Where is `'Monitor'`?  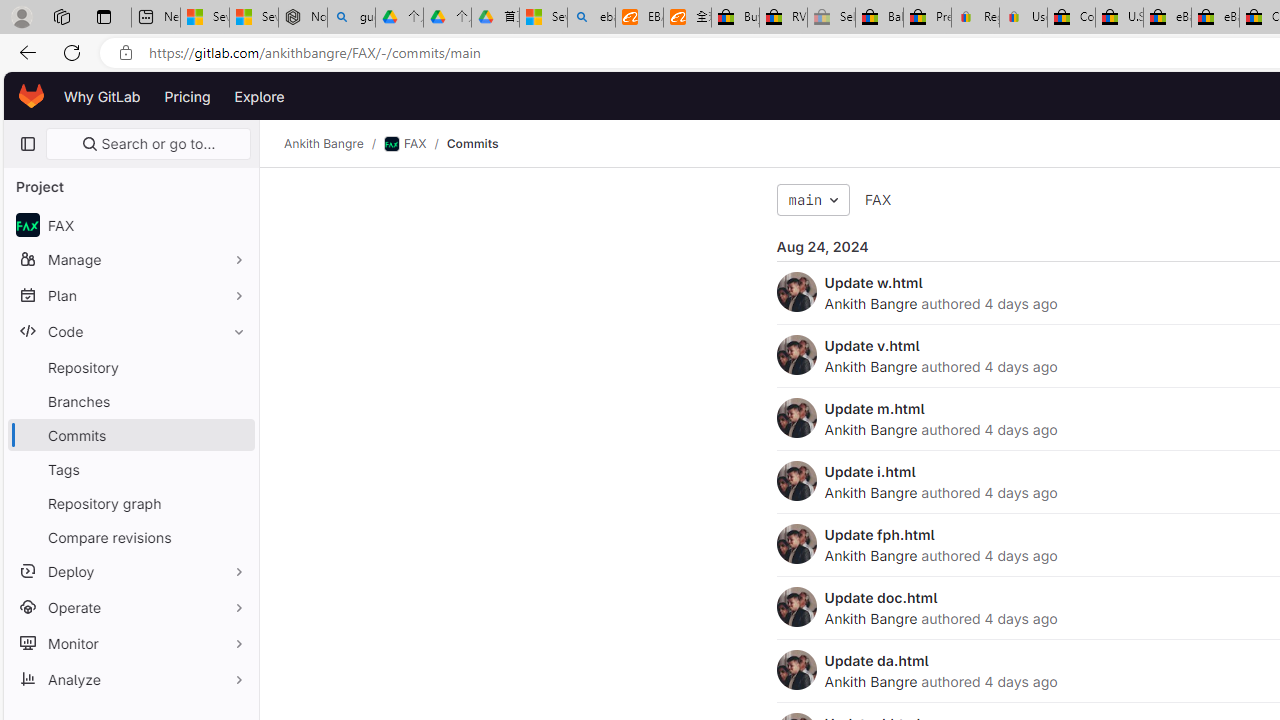
'Monitor' is located at coordinates (130, 642).